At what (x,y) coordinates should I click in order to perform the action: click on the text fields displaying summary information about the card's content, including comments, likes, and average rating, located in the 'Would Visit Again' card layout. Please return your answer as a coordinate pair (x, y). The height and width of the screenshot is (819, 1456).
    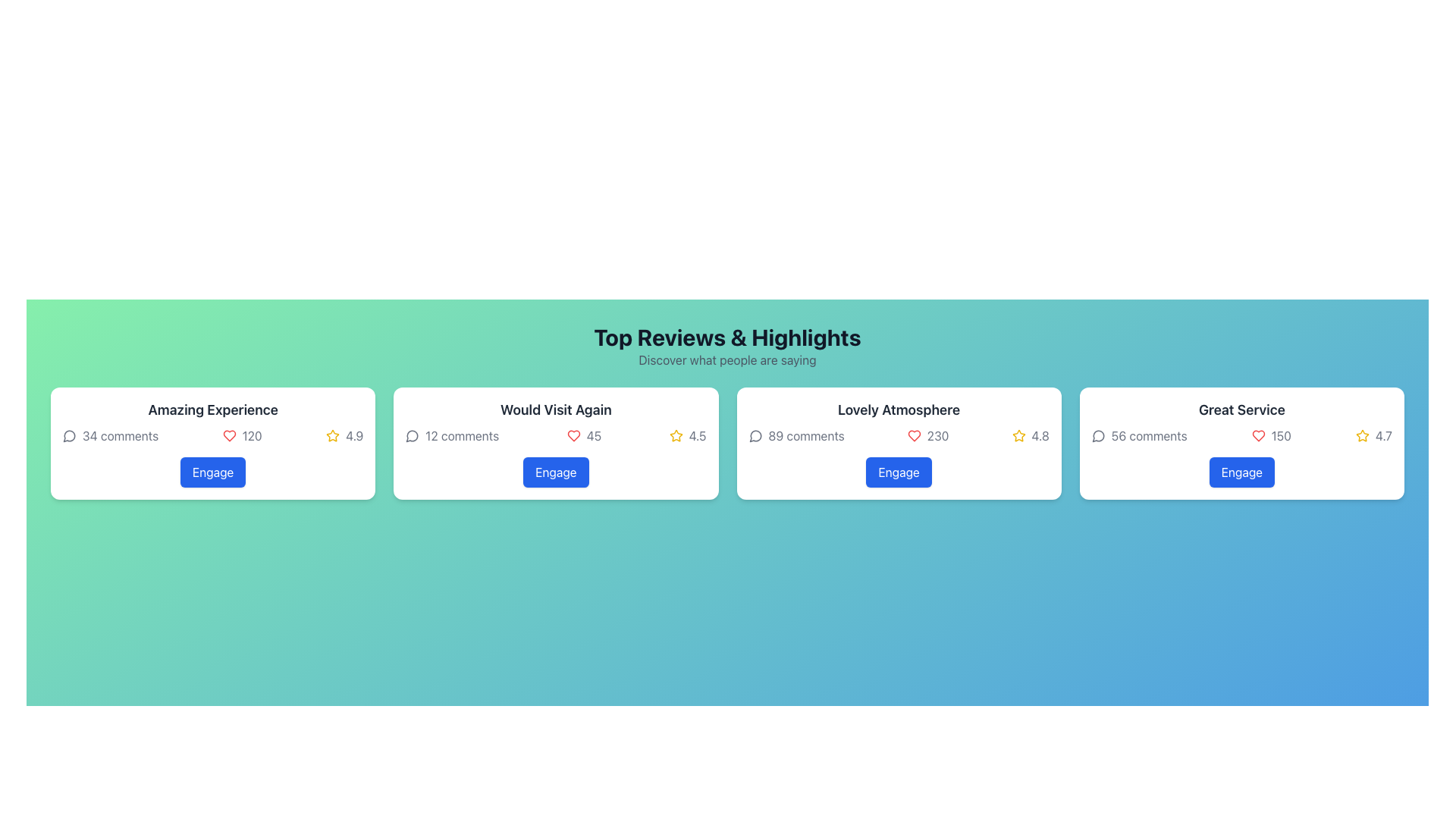
    Looking at the image, I should click on (555, 435).